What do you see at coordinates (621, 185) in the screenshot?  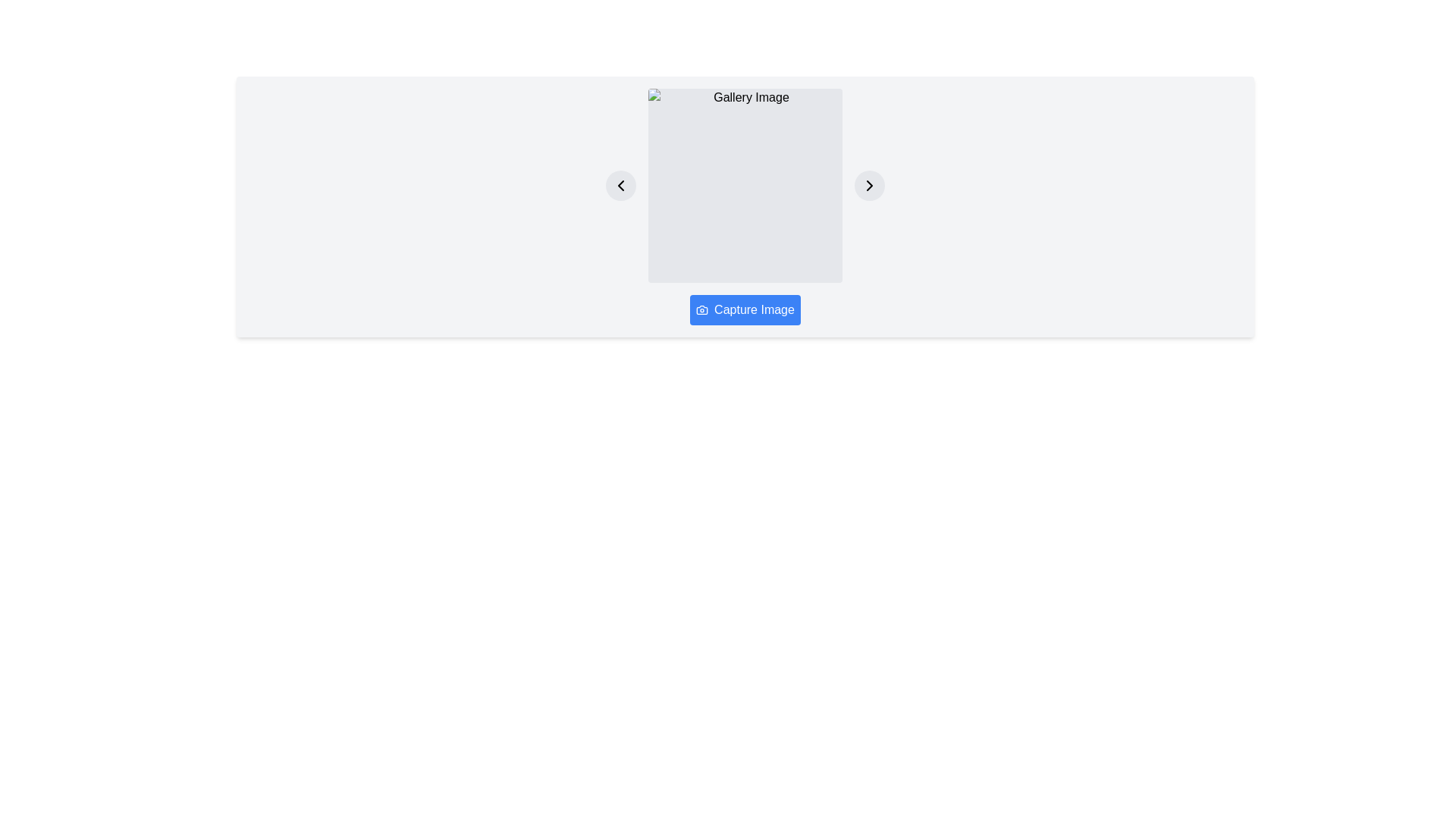 I see `the circular button with a light gray background and a leftward chevron icon` at bounding box center [621, 185].